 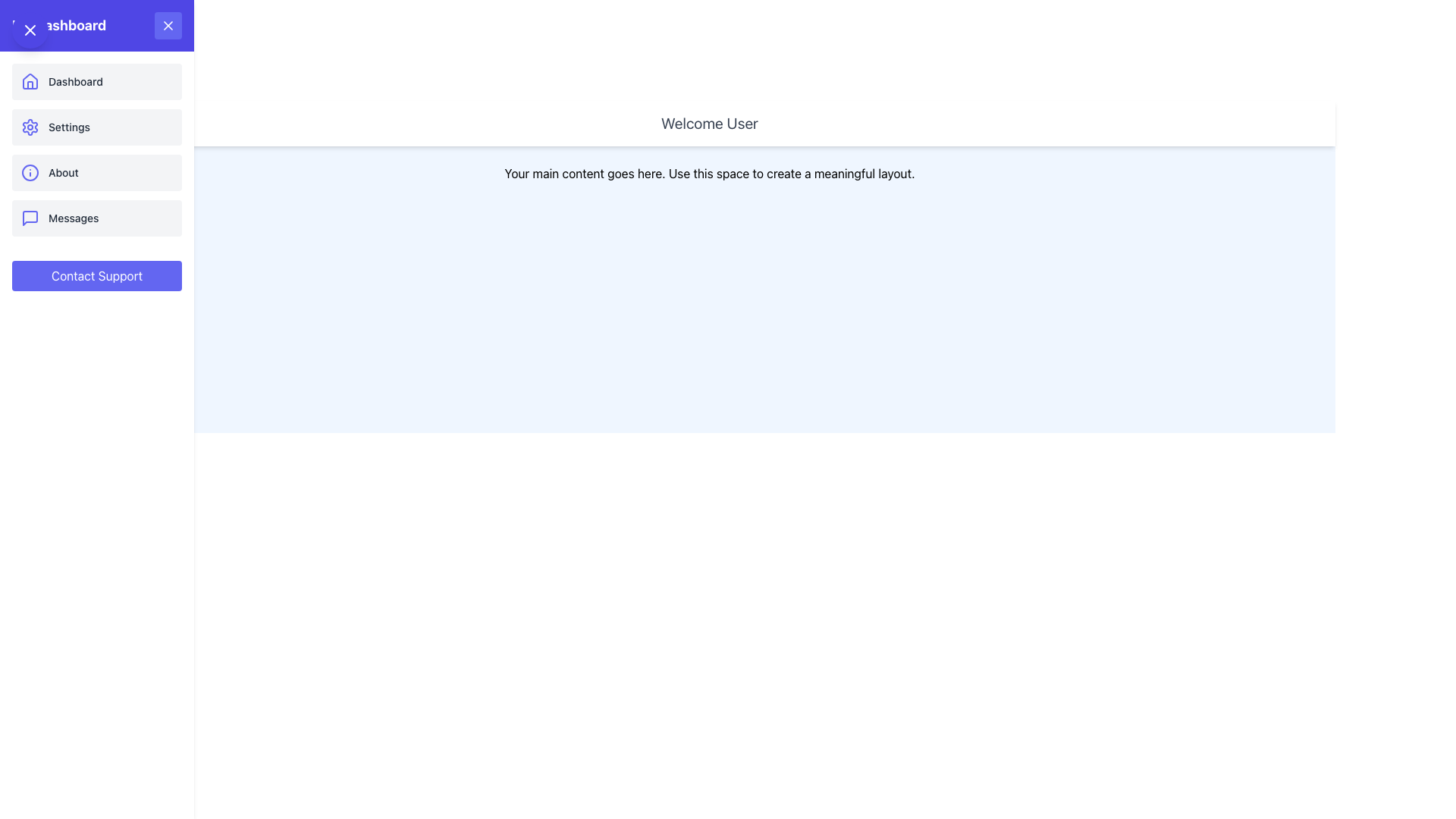 What do you see at coordinates (30, 218) in the screenshot?
I see `the message square or chat bubble icon located in the sidebar menu next to the 'Messages' text label` at bounding box center [30, 218].